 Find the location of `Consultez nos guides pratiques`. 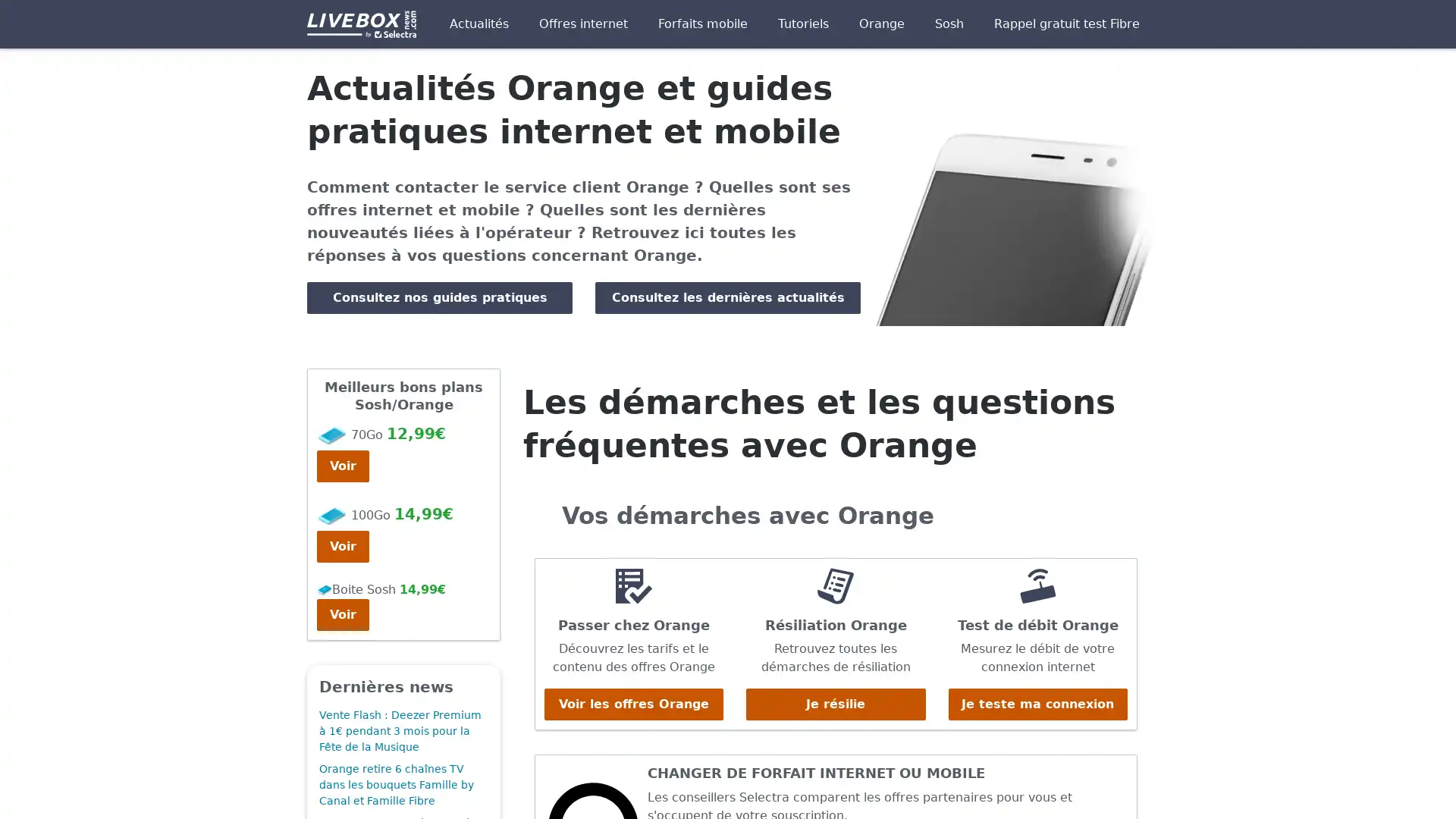

Consultez nos guides pratiques is located at coordinates (439, 297).